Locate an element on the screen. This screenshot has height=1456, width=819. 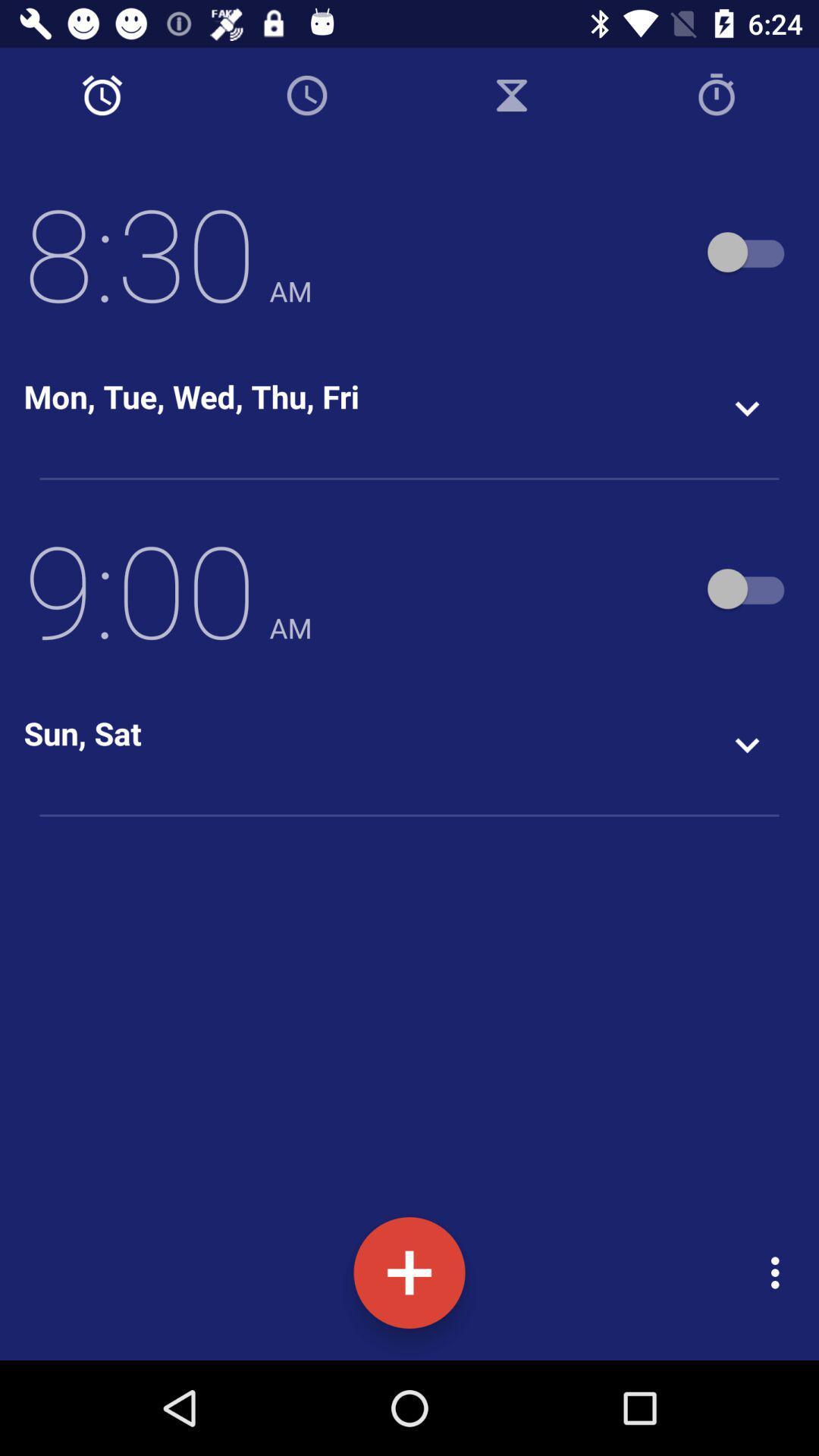
stopwatch icon on the topmost right corner of the page is located at coordinates (717, 95).